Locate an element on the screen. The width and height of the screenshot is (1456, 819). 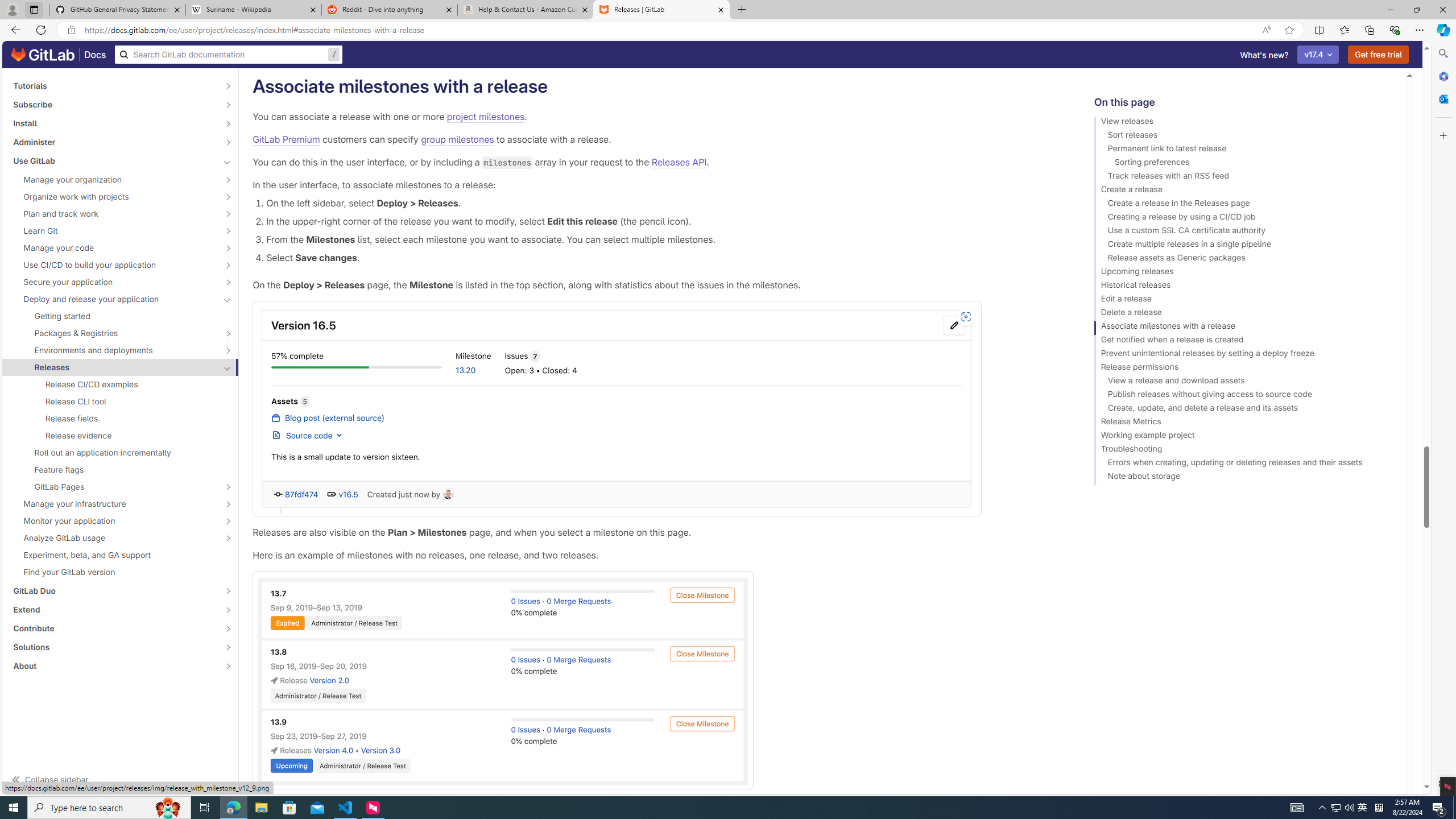
'Getting started' is located at coordinates (120, 316).